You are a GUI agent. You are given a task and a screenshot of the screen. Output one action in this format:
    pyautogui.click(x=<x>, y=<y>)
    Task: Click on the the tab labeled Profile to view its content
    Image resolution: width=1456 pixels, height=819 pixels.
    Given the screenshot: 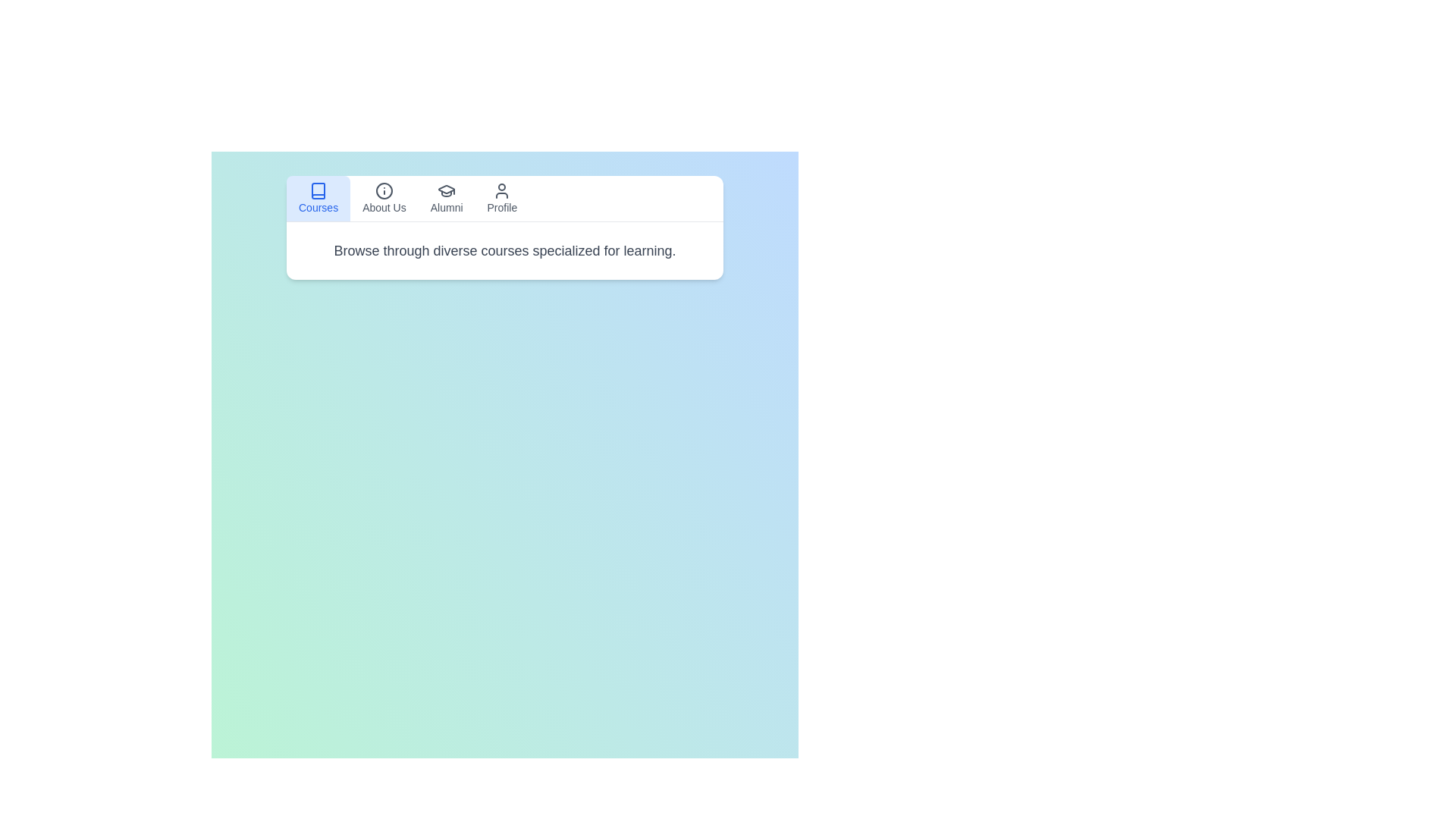 What is the action you would take?
    pyautogui.click(x=502, y=198)
    